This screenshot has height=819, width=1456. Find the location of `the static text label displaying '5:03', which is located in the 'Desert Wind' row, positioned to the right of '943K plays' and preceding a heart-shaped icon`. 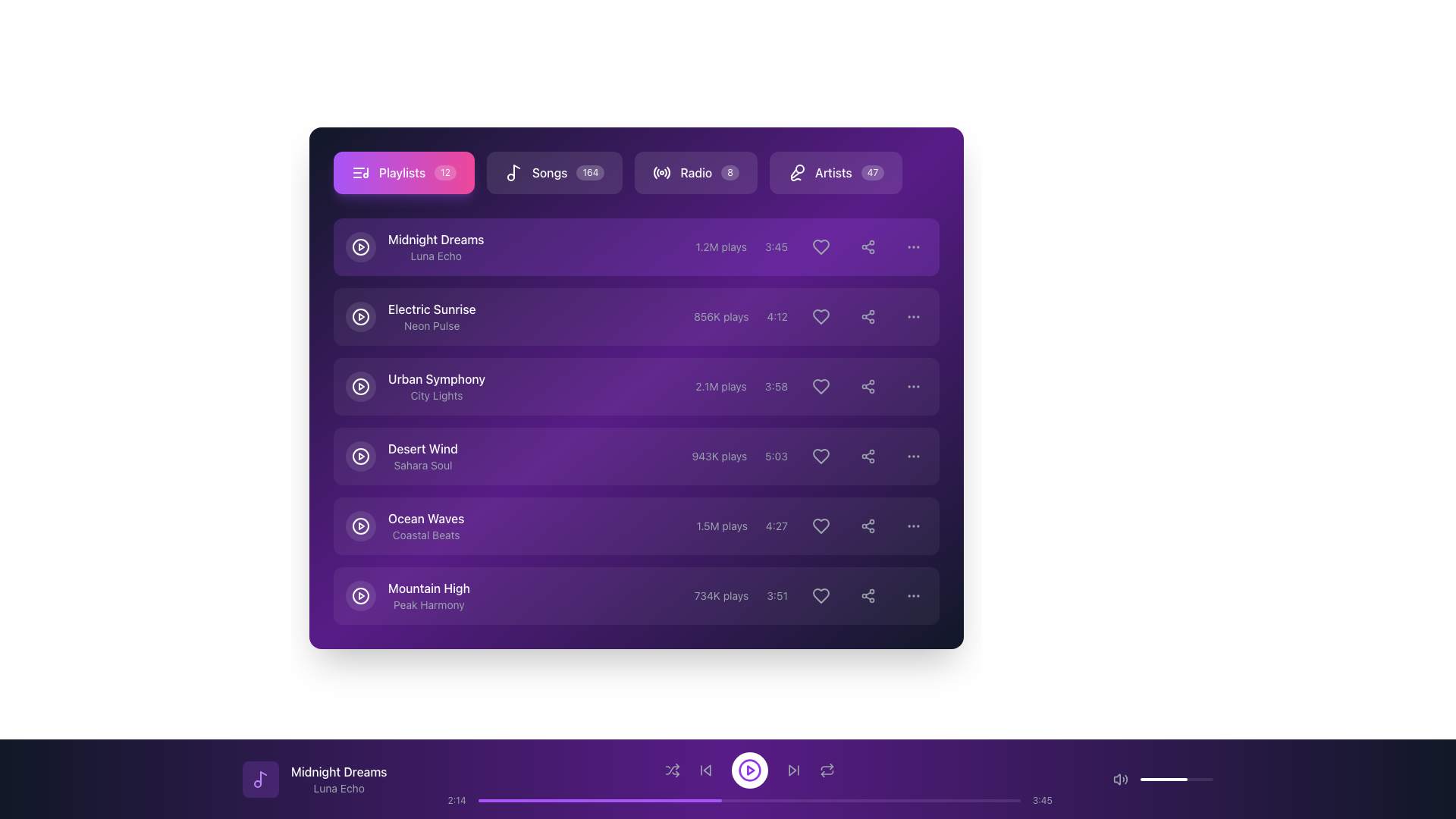

the static text label displaying '5:03', which is located in the 'Desert Wind' row, positioned to the right of '943K plays' and preceding a heart-shaped icon is located at coordinates (777, 455).